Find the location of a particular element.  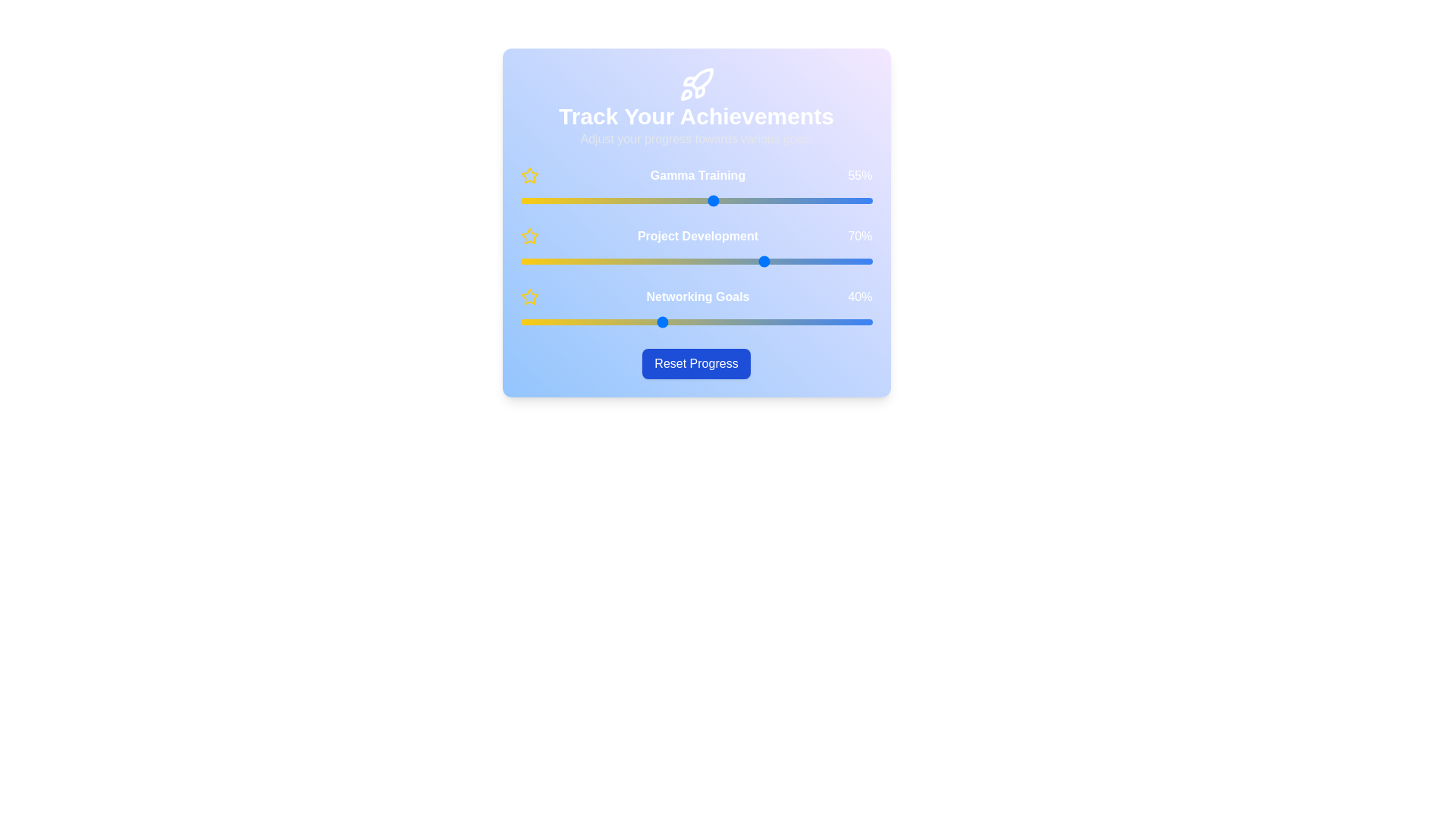

the 'Project Development' slider to 4% is located at coordinates (535, 260).